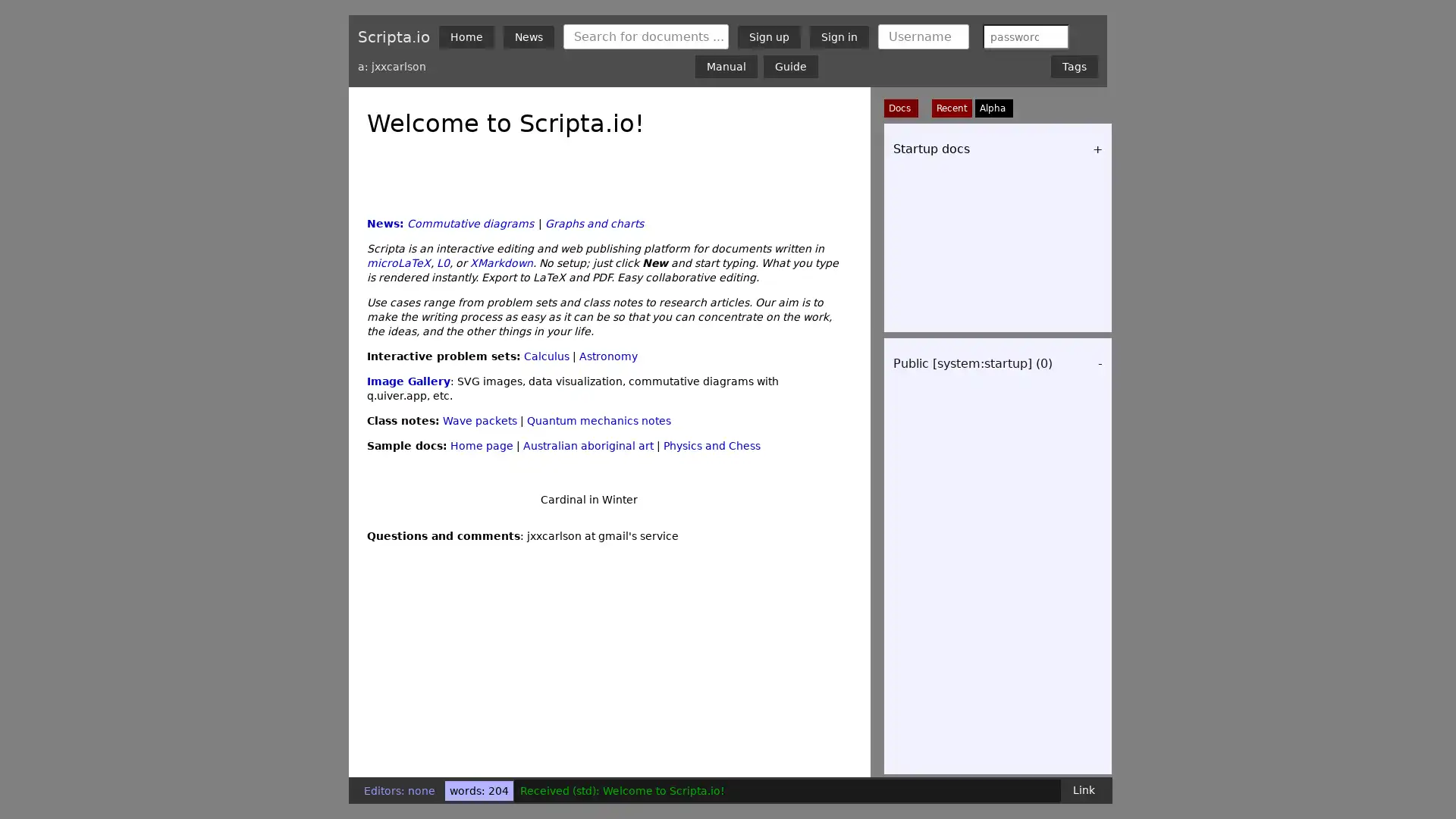 The image size is (1456, 819). What do you see at coordinates (469, 341) in the screenshot?
I see `Commutative diagrams` at bounding box center [469, 341].